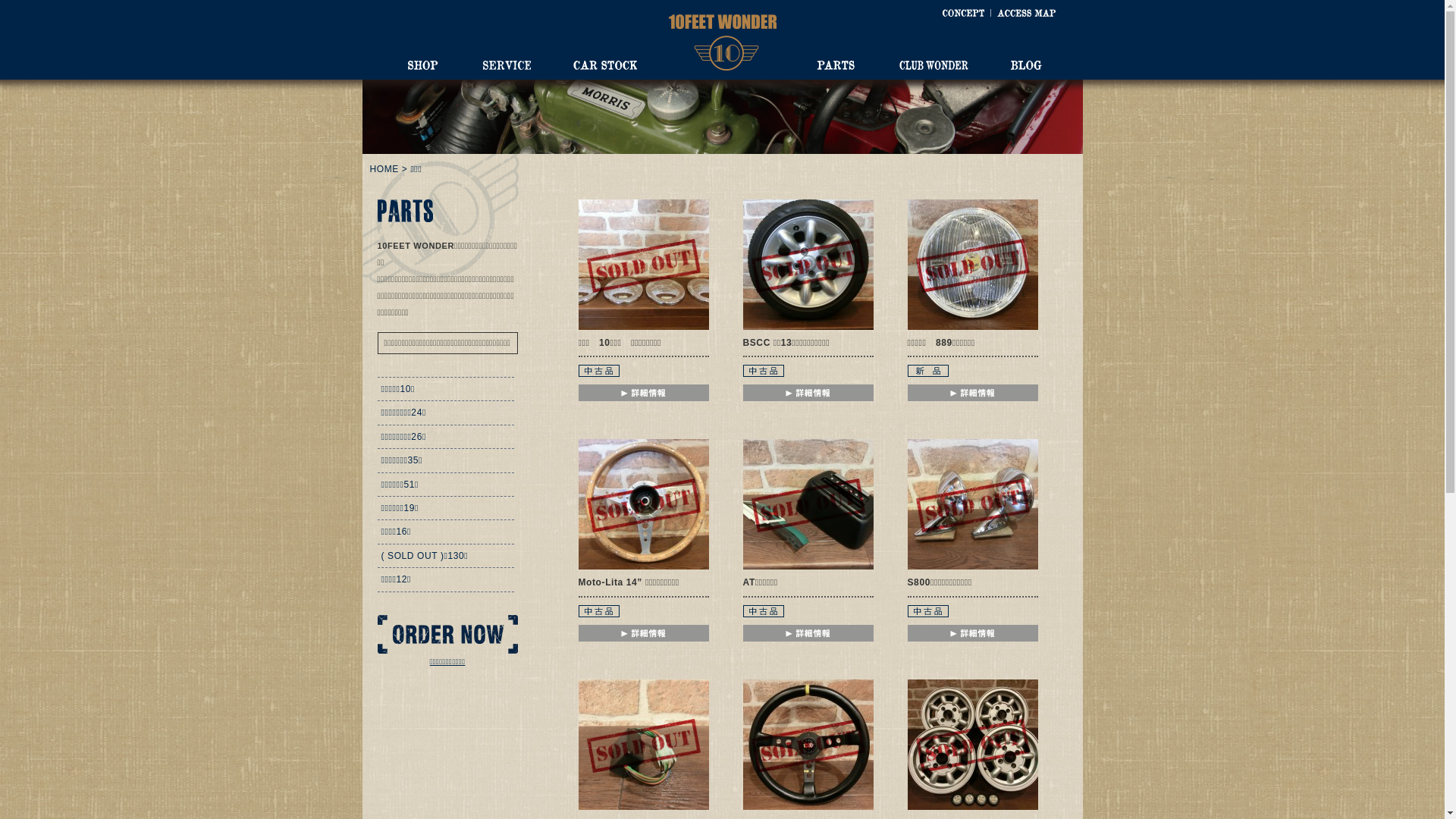 The image size is (1456, 819). Describe the element at coordinates (506, 64) in the screenshot. I see `'SERVICE'` at that location.